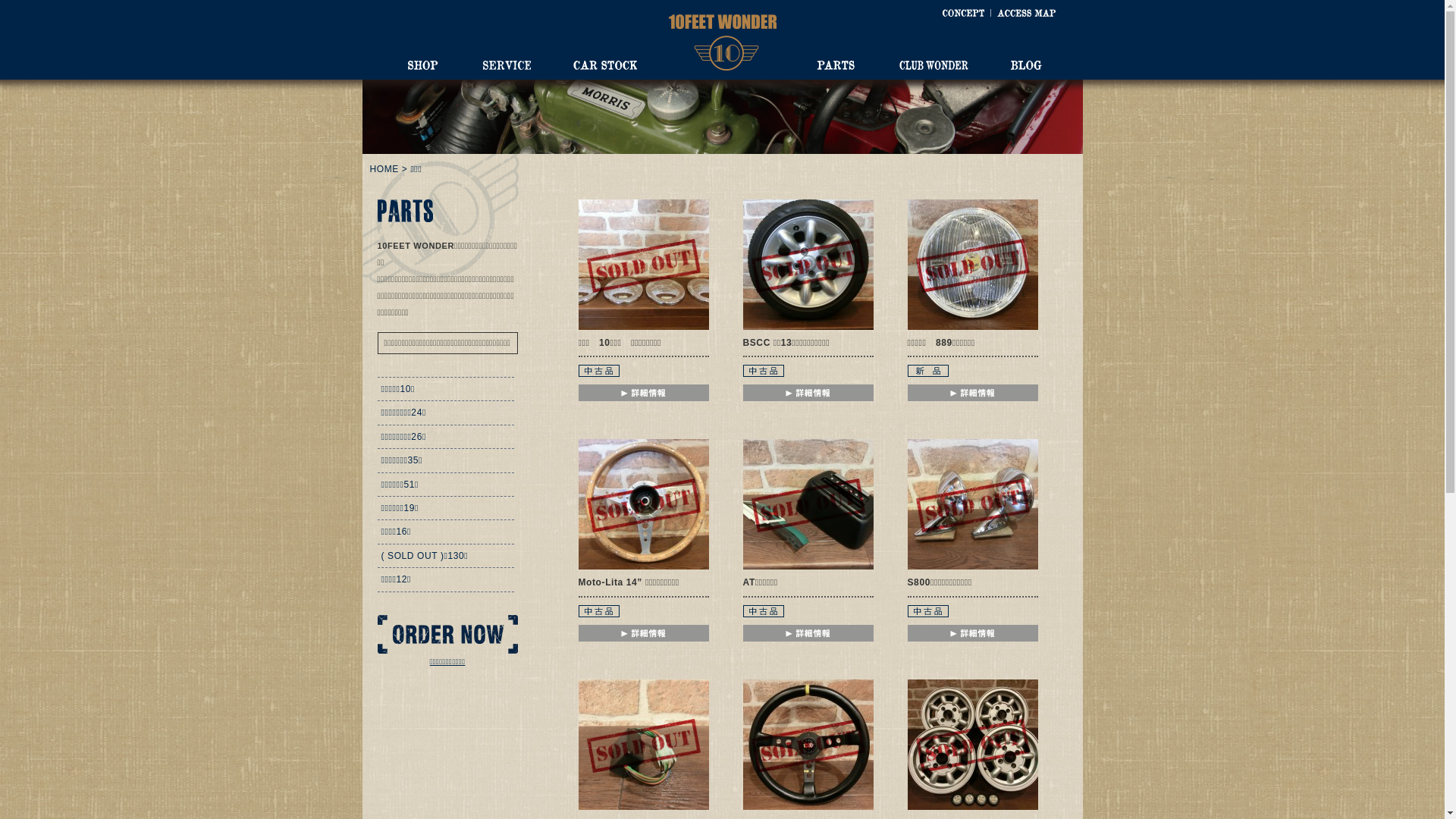 The image size is (1456, 819). Describe the element at coordinates (506, 64) in the screenshot. I see `'SERVICE'` at that location.